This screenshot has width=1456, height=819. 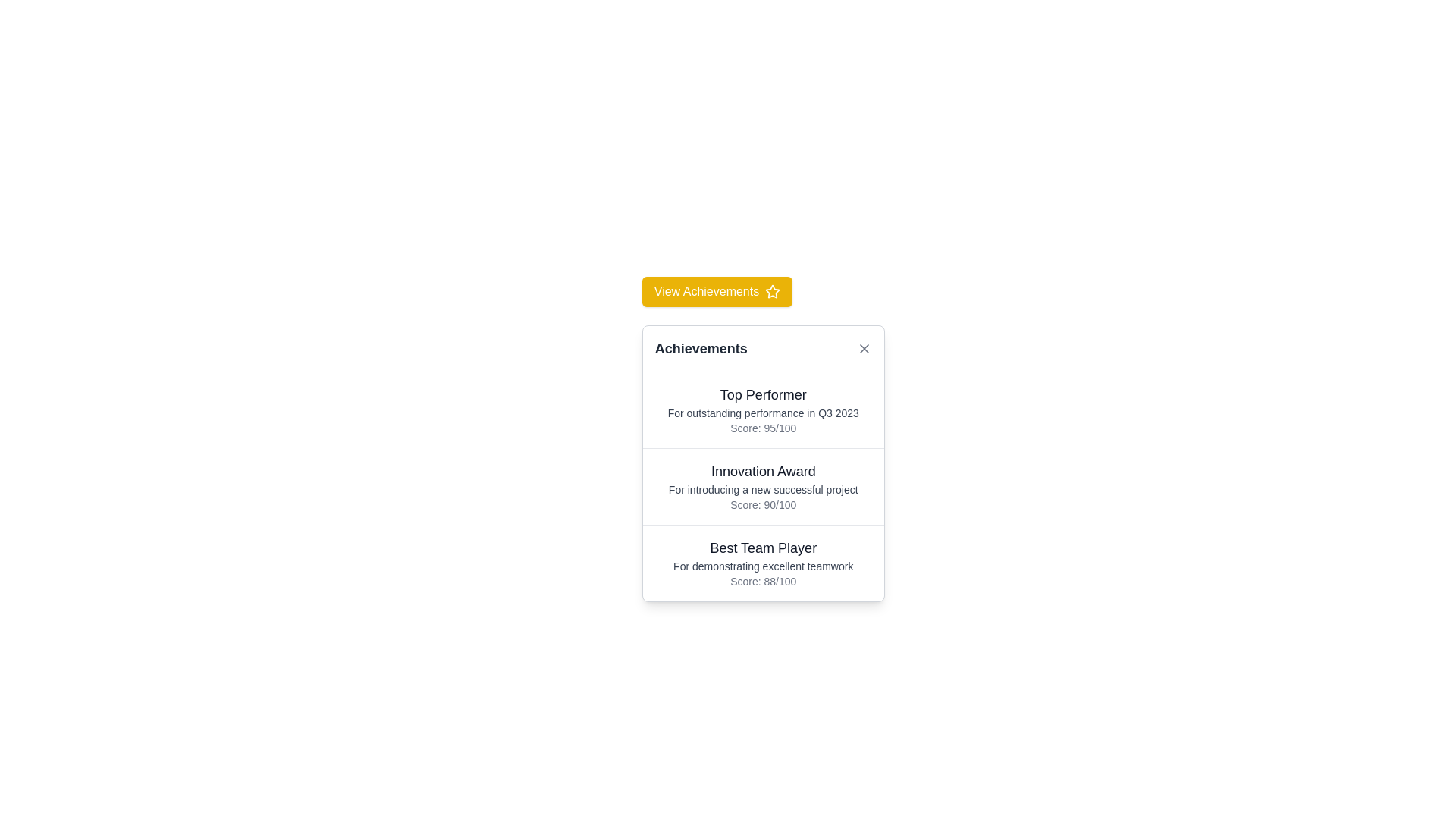 I want to click on the 'Achievements' section header text label, which is centrally located at the top of a card-like layout with a white background, so click(x=700, y=348).